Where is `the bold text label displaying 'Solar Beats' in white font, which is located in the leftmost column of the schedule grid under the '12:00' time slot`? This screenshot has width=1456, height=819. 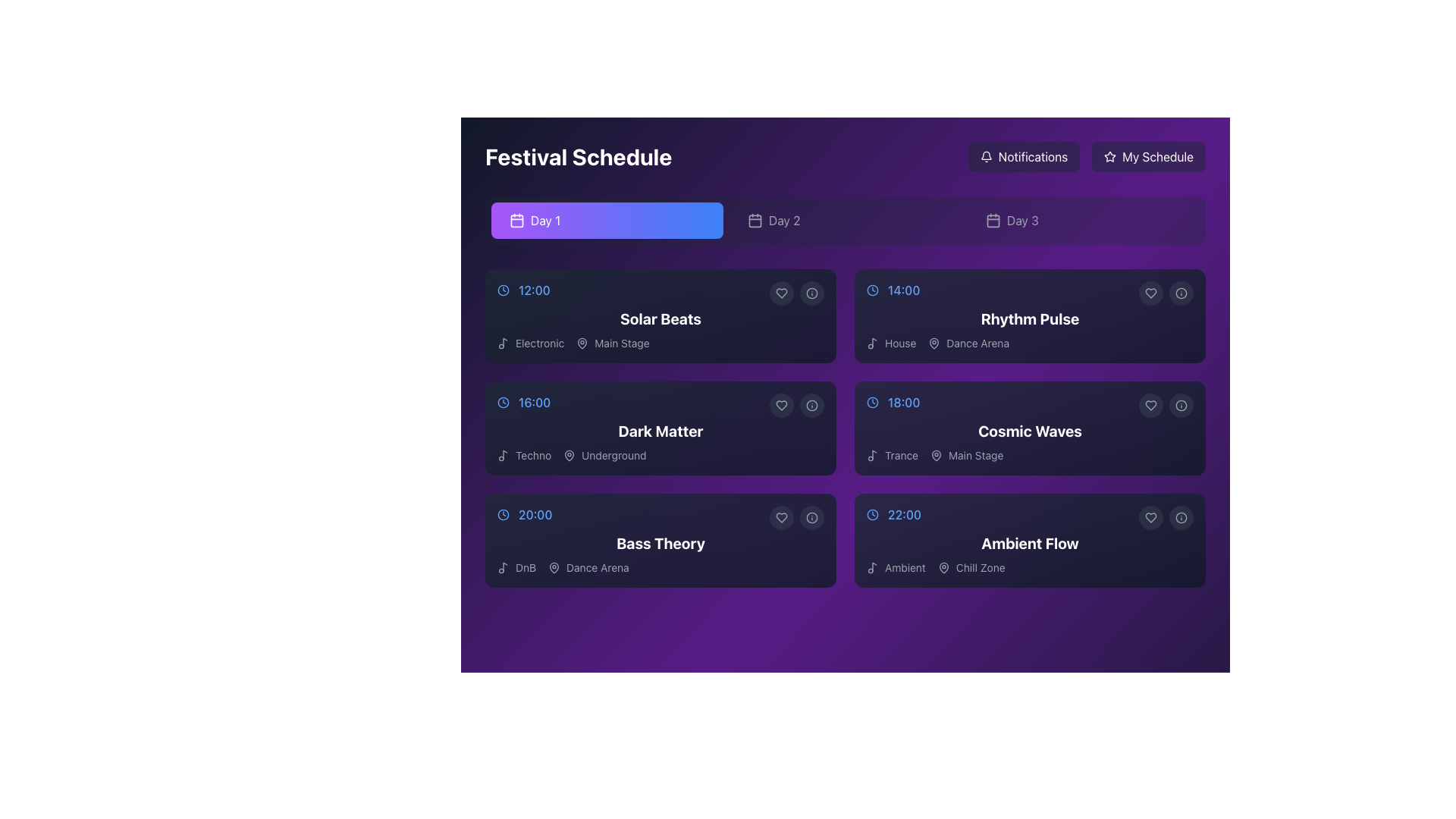 the bold text label displaying 'Solar Beats' in white font, which is located in the leftmost column of the schedule grid under the '12:00' time slot is located at coordinates (661, 318).